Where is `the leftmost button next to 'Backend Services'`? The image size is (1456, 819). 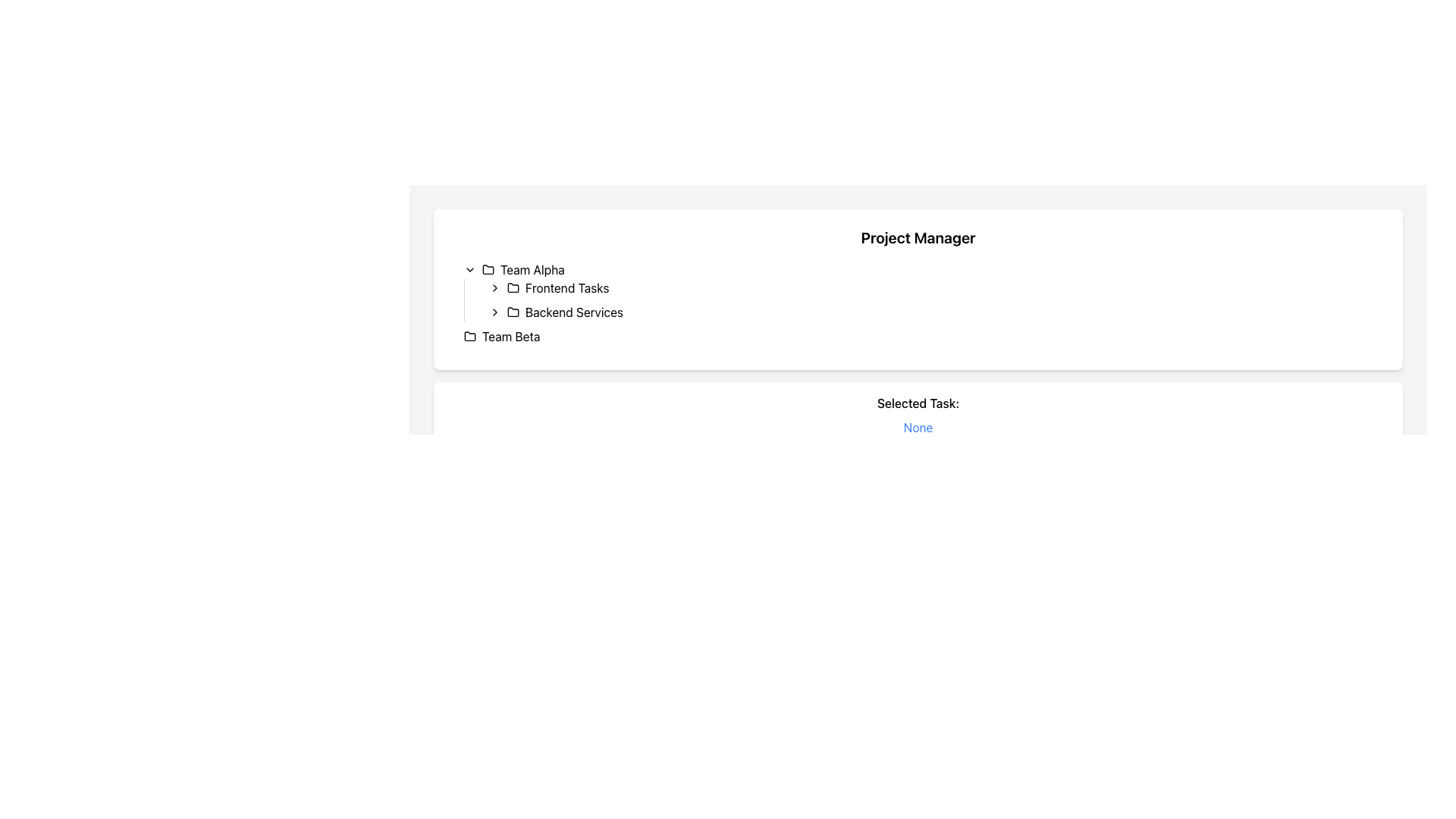 the leftmost button next to 'Backend Services' is located at coordinates (494, 312).